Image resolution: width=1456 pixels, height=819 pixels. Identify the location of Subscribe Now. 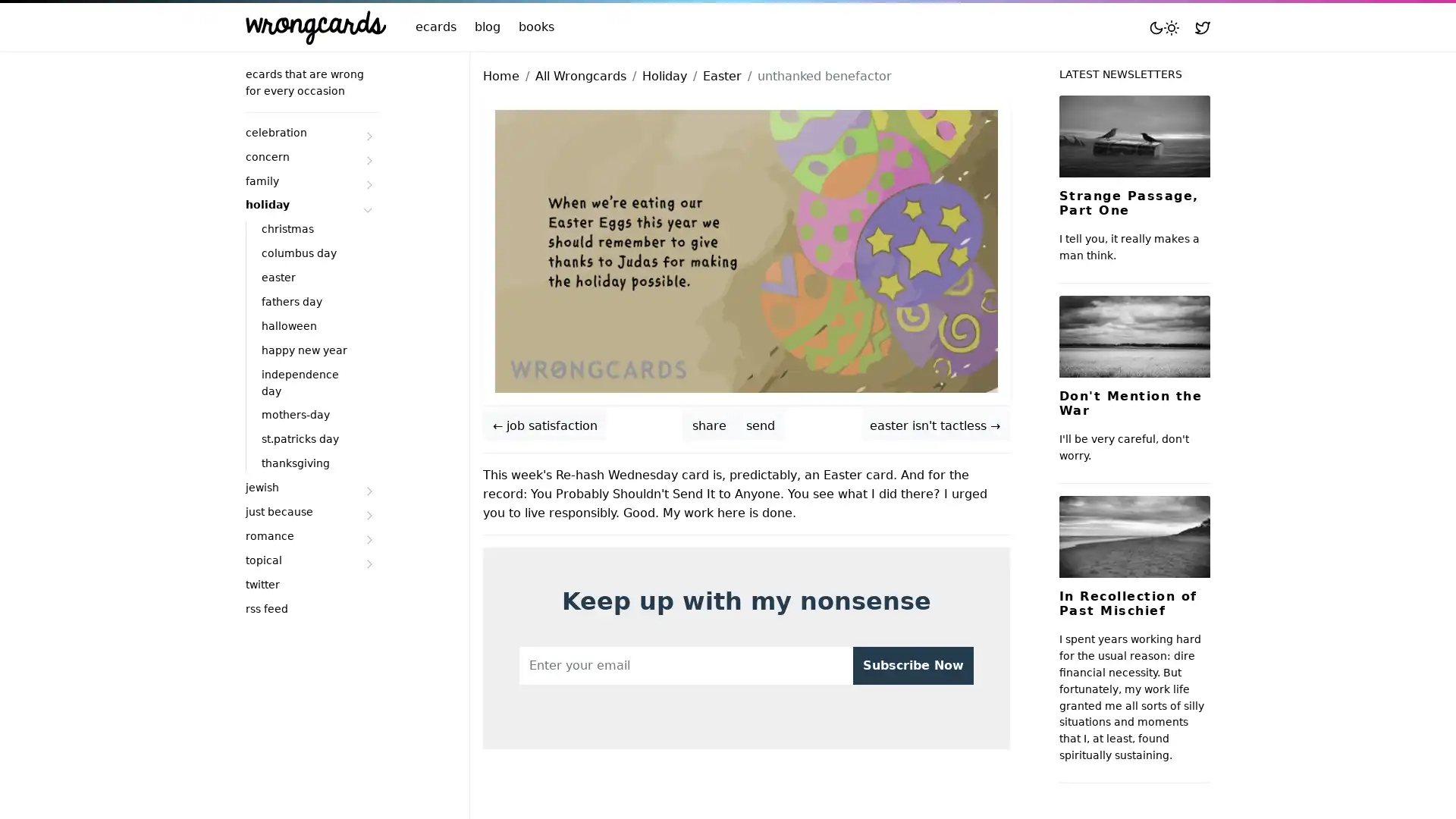
(912, 664).